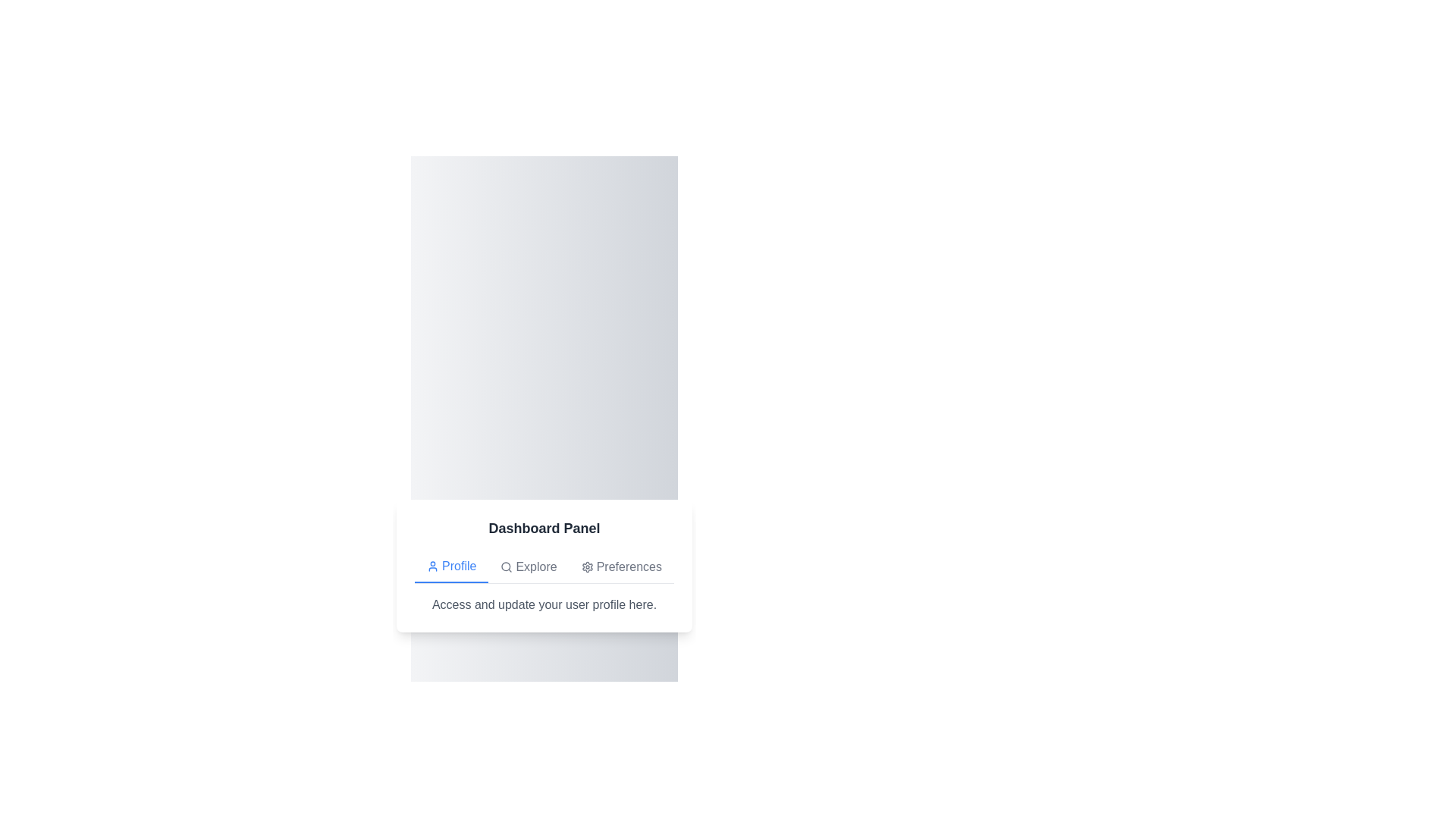 Image resolution: width=1456 pixels, height=819 pixels. Describe the element at coordinates (544, 604) in the screenshot. I see `text label containing 'Access and update your user profile here.' positioned below the navigation menu in the Dashboard Panel` at that location.